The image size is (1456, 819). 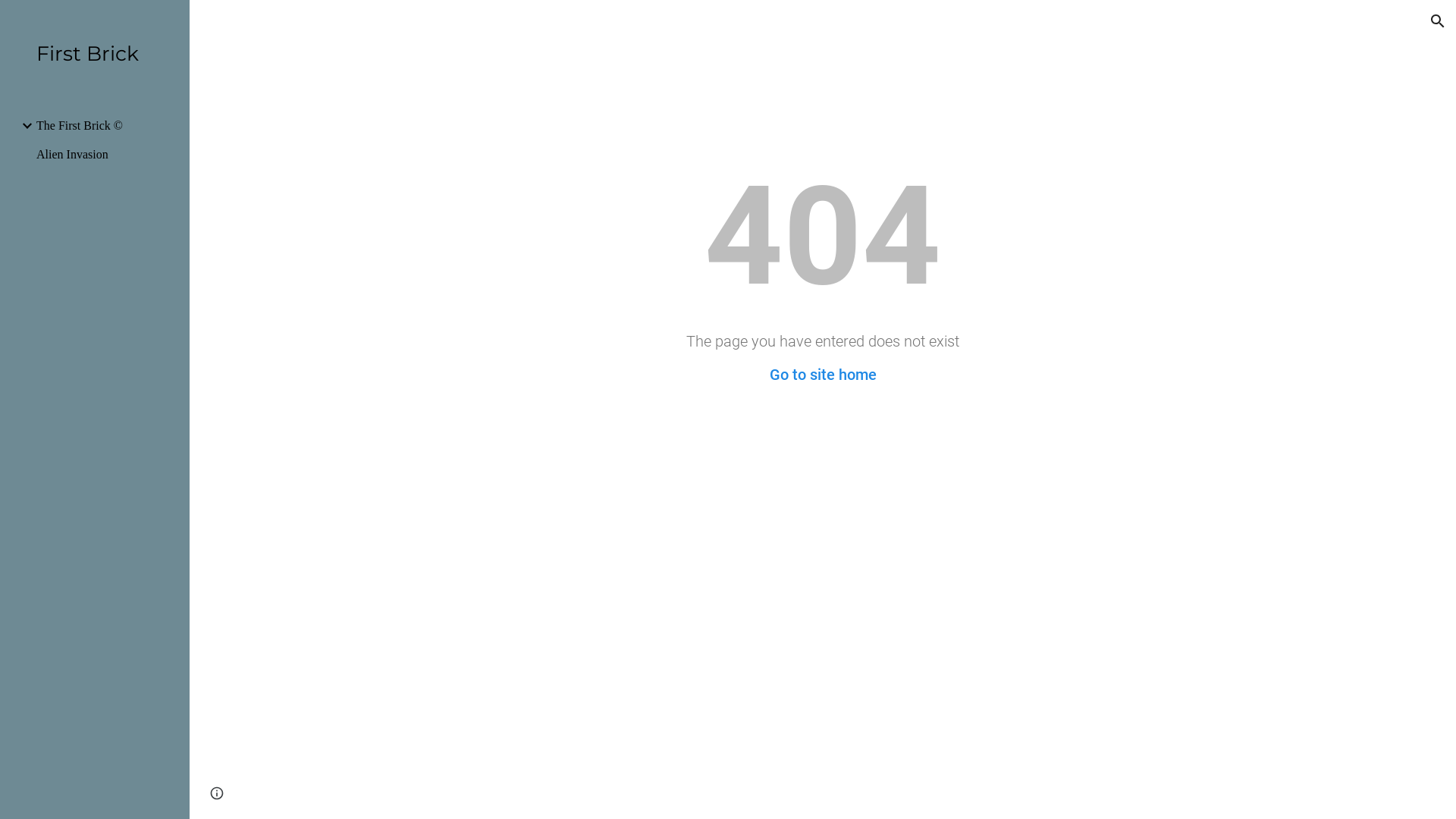 I want to click on 'First Brick', so click(x=100, y=53).